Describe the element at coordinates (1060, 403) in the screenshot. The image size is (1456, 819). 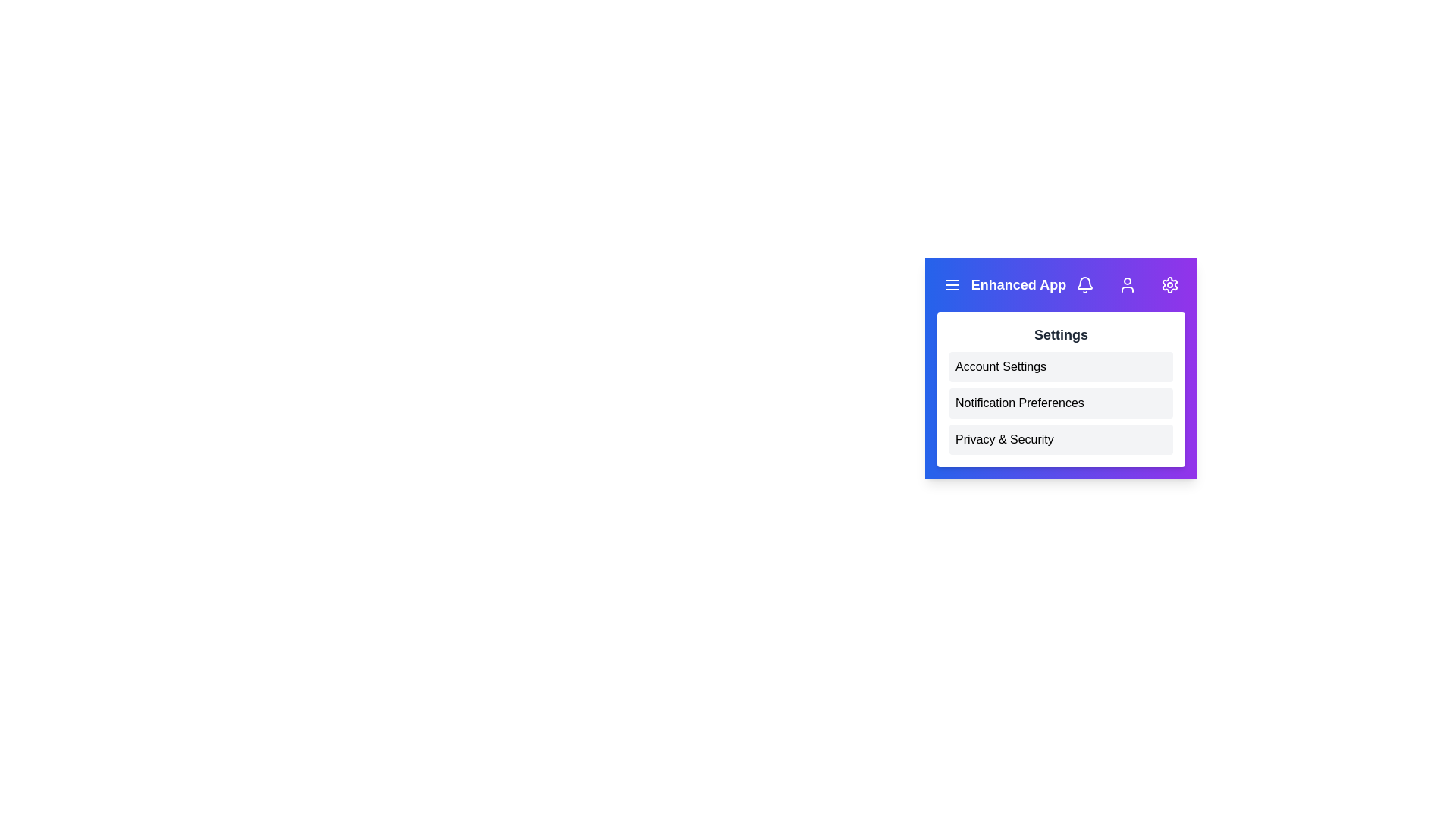
I see `the Notification Preferences button in the settings menu` at that location.